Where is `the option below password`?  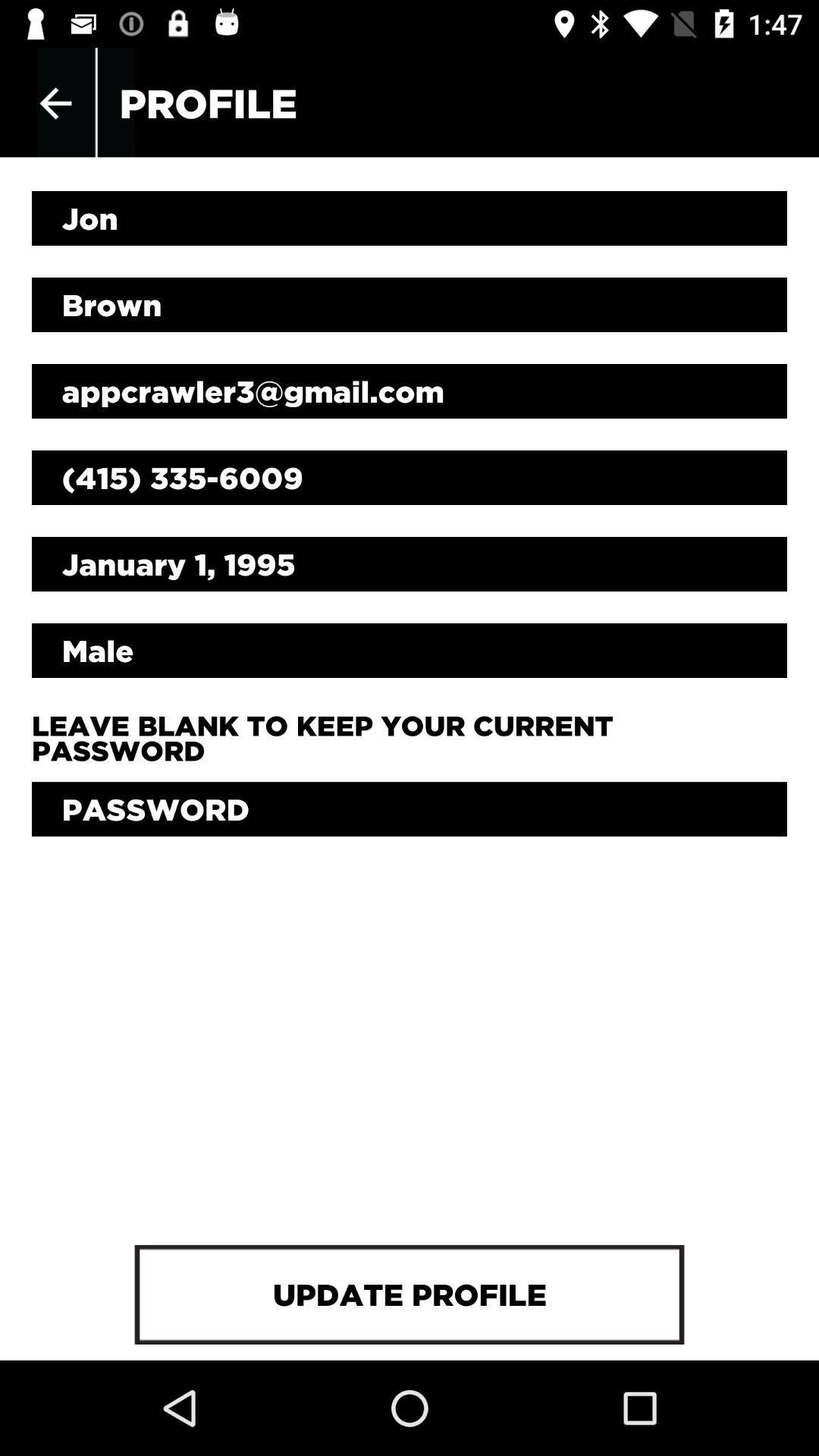
the option below password is located at coordinates (409, 1294).